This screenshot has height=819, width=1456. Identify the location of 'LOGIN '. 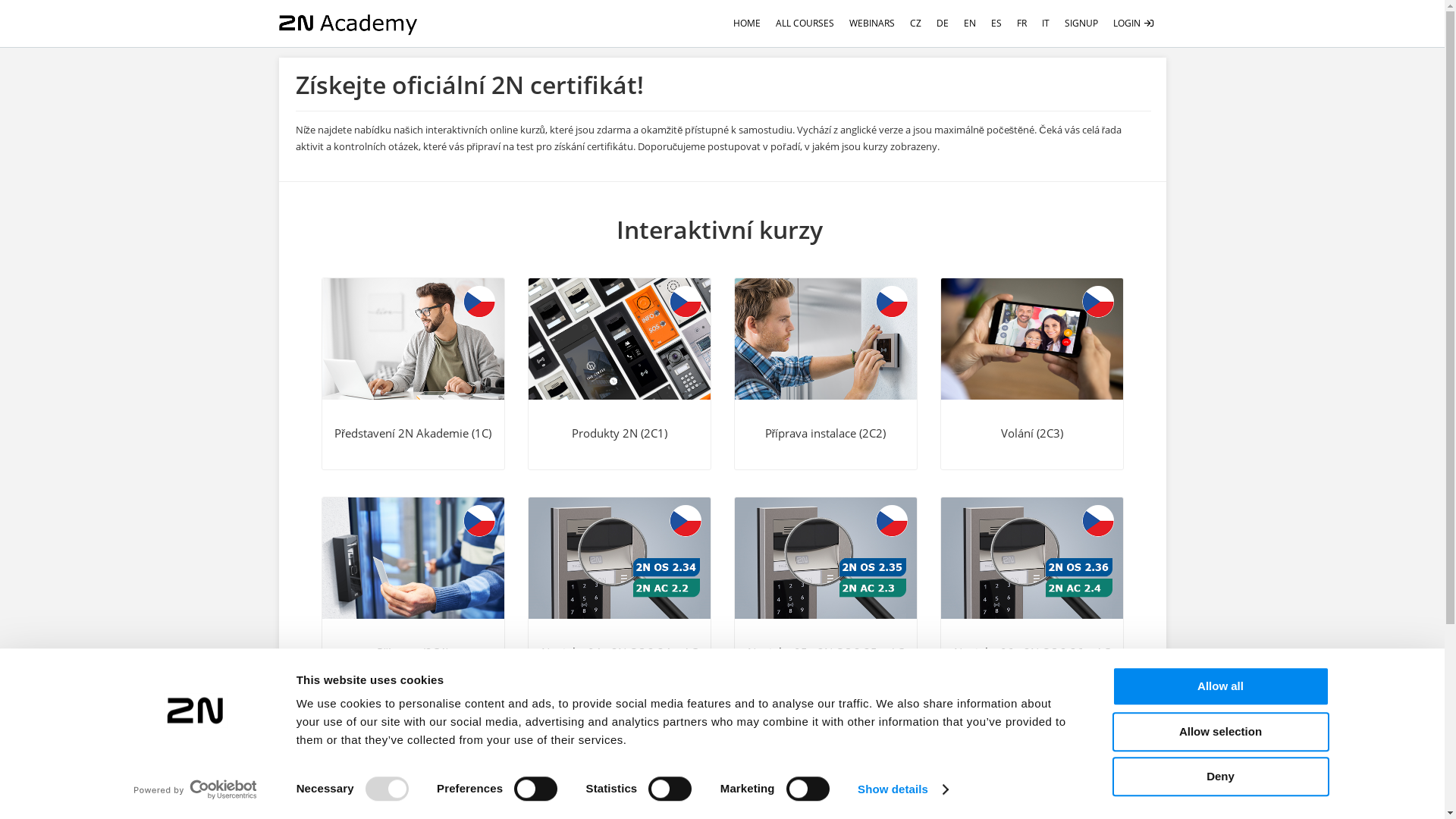
(1133, 23).